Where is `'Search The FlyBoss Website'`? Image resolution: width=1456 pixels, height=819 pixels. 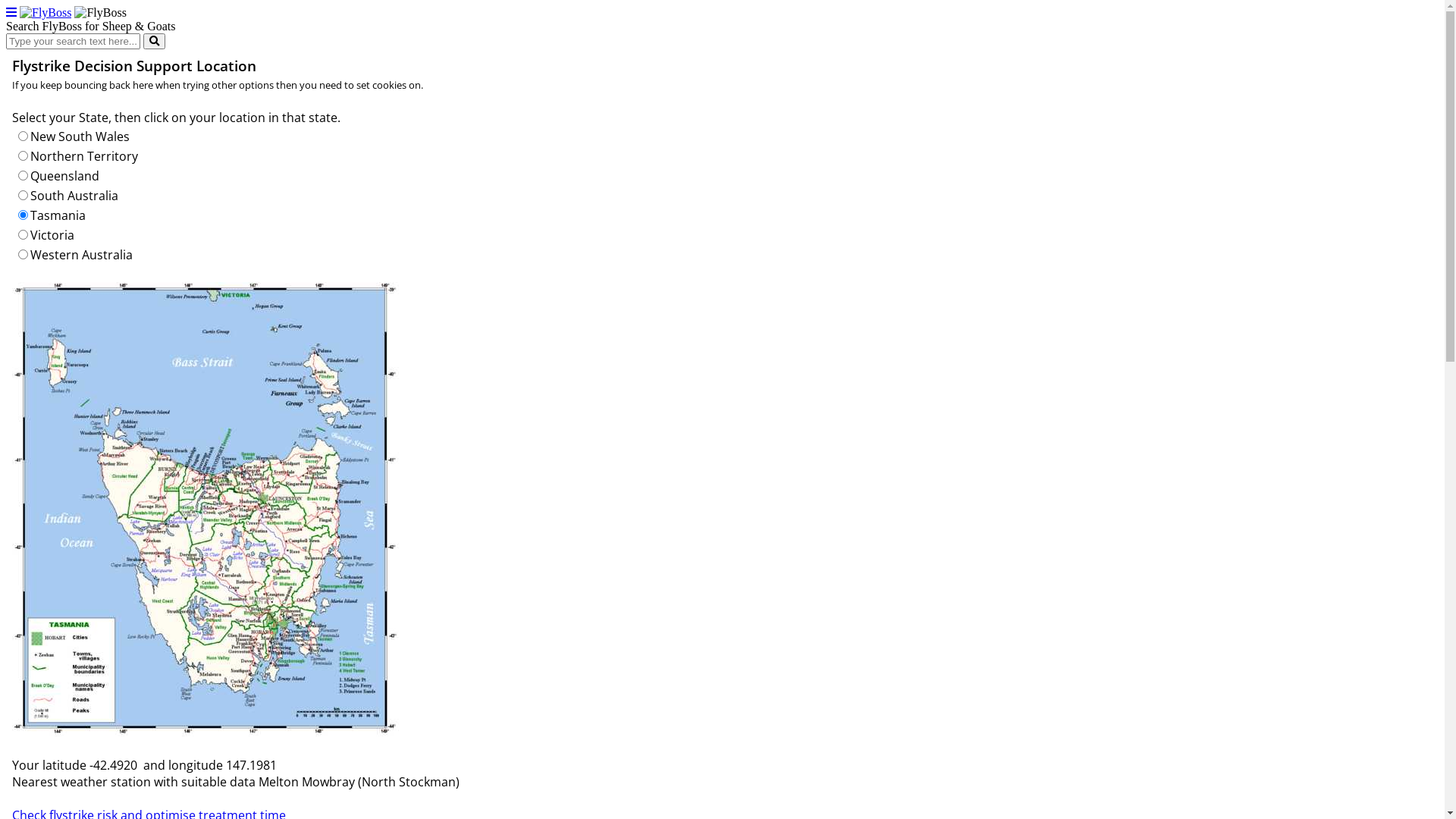 'Search The FlyBoss Website' is located at coordinates (154, 40).